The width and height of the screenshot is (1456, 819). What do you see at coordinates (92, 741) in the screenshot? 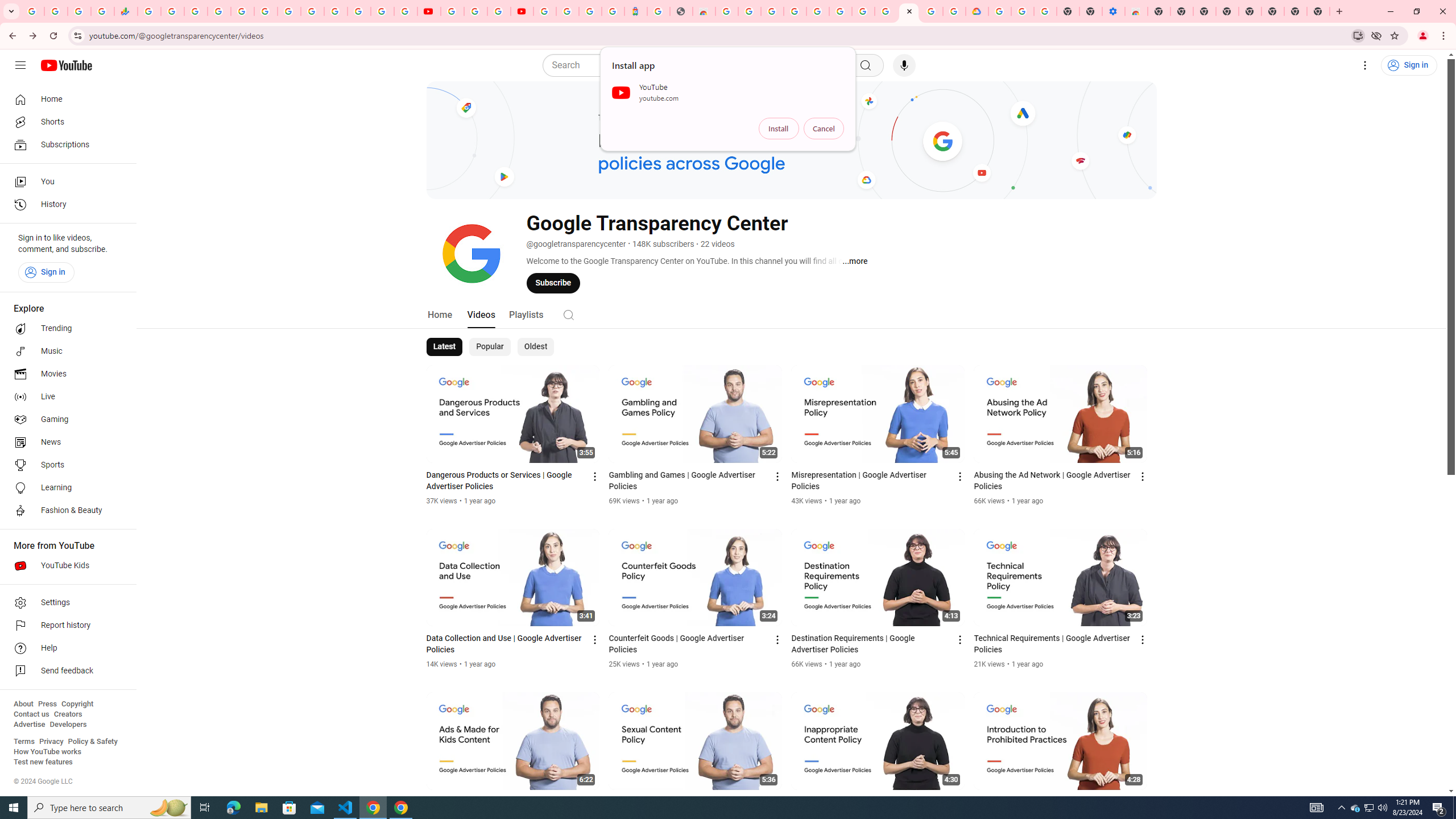
I see `'Policy & Safety'` at bounding box center [92, 741].